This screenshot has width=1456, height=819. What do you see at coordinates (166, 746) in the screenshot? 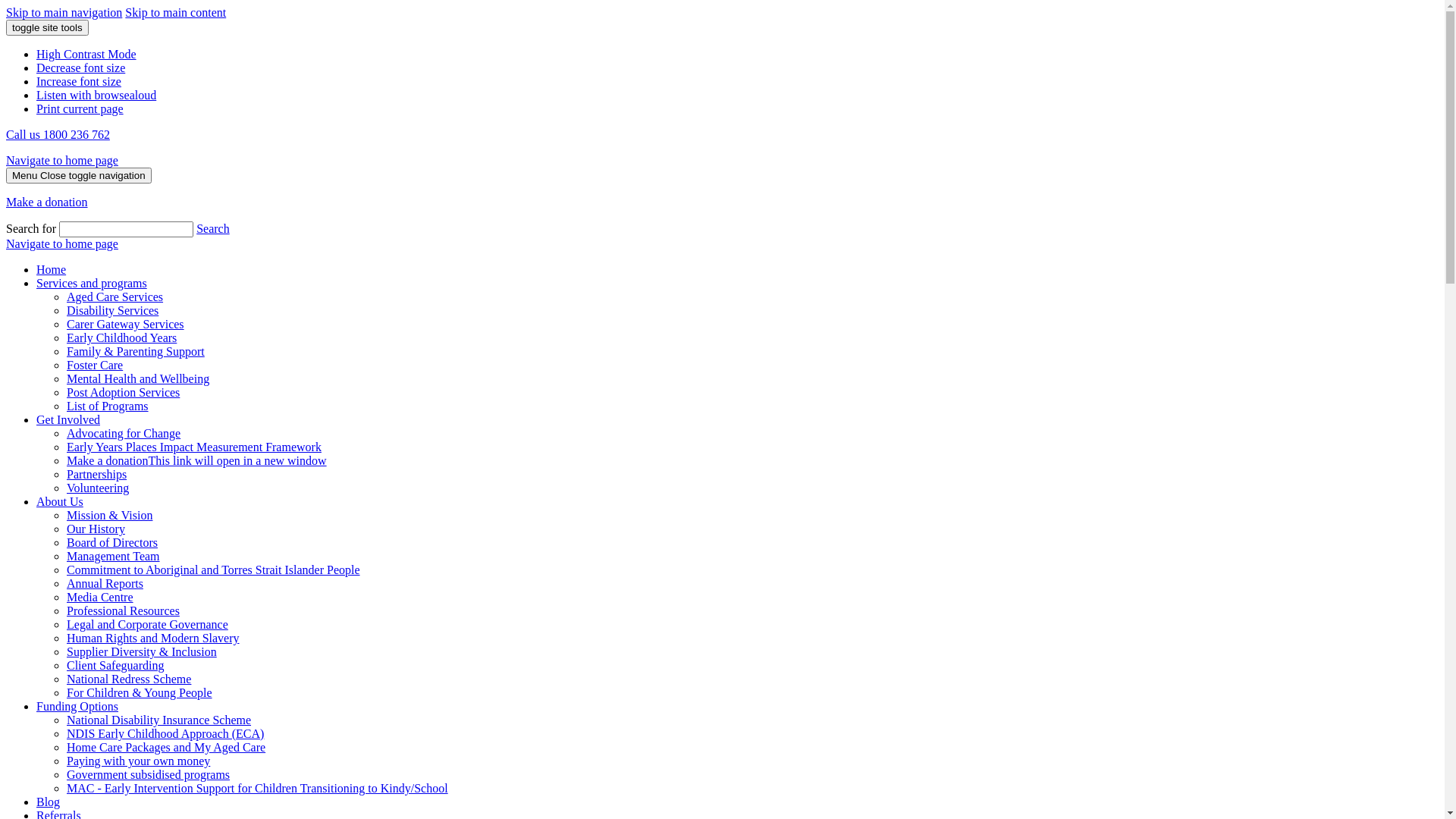
I see `'Home Care Packages and My Aged Care'` at bounding box center [166, 746].